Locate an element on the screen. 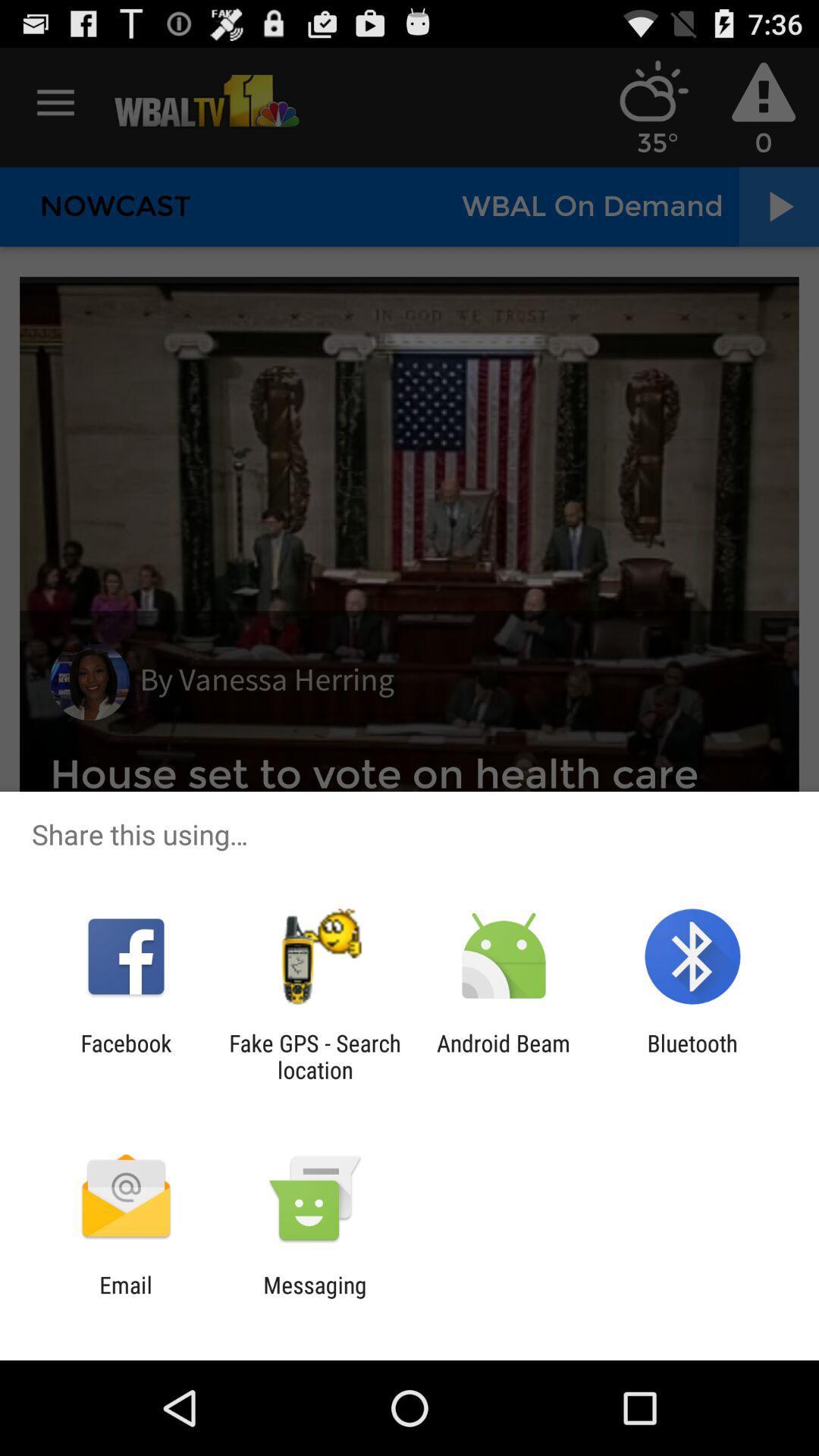 The height and width of the screenshot is (1456, 819). item next to the facebook item is located at coordinates (314, 1056).